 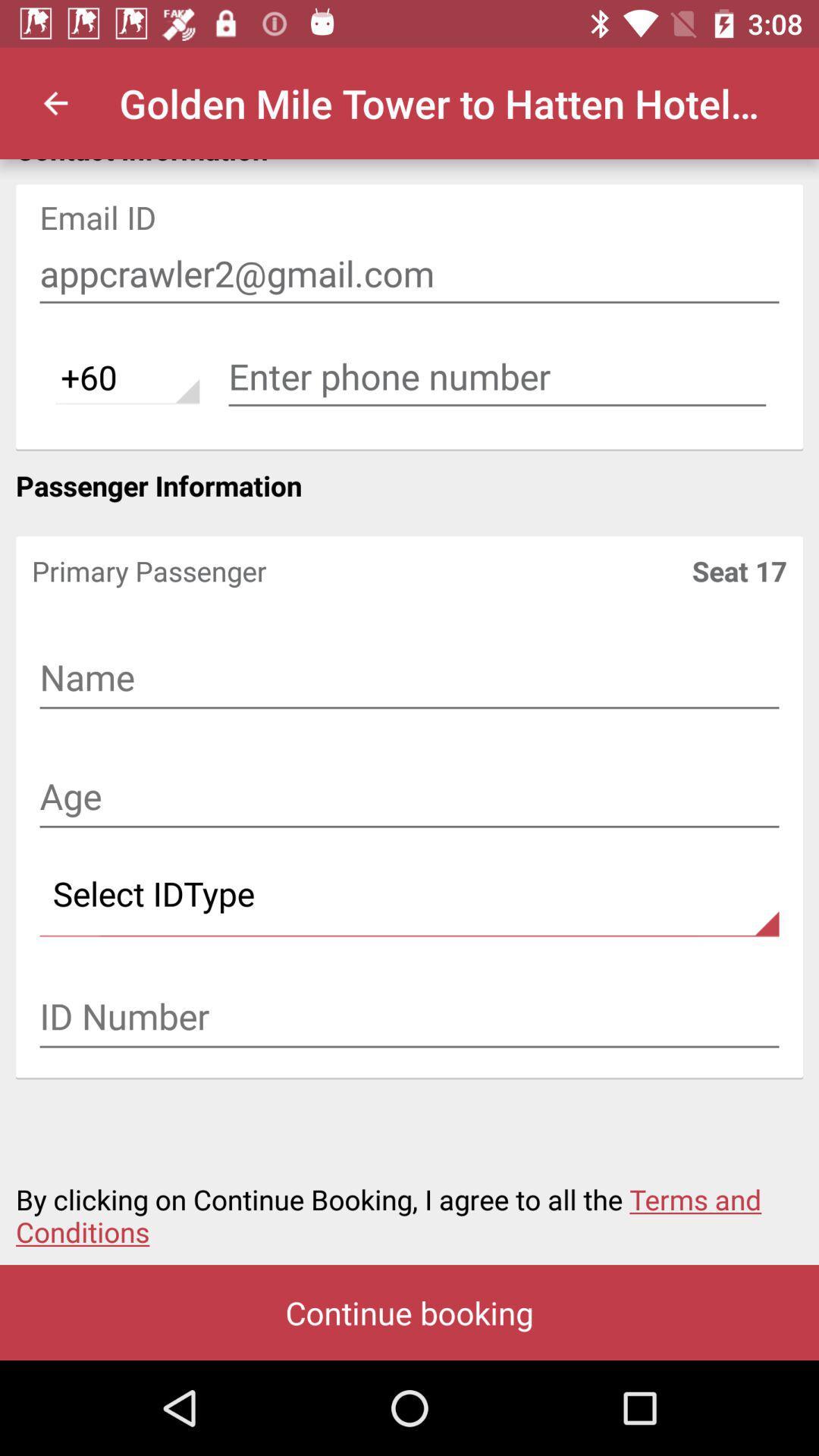 I want to click on item above select idtype icon, so click(x=409, y=797).